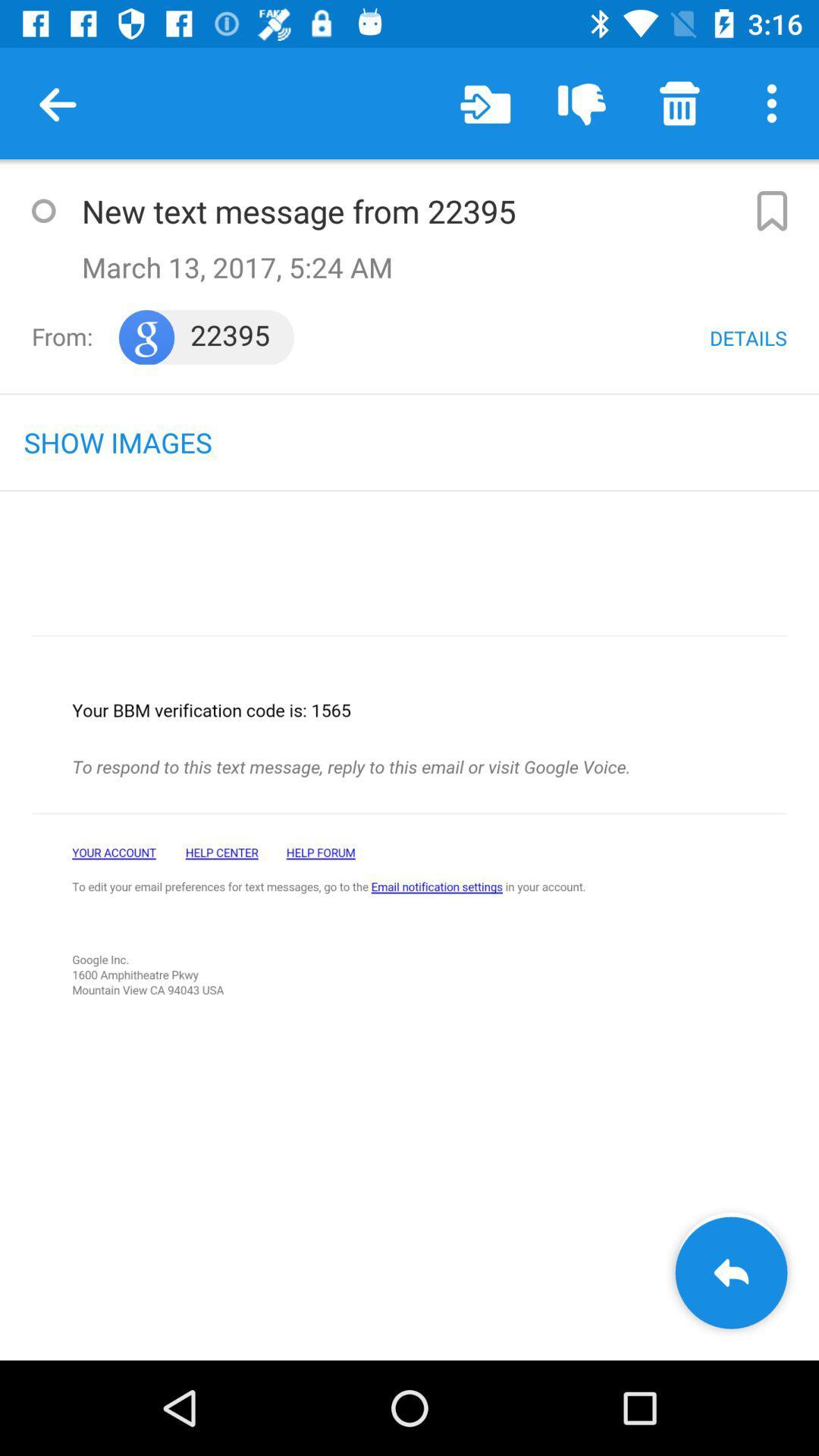  Describe the element at coordinates (409, 939) in the screenshot. I see `go back` at that location.